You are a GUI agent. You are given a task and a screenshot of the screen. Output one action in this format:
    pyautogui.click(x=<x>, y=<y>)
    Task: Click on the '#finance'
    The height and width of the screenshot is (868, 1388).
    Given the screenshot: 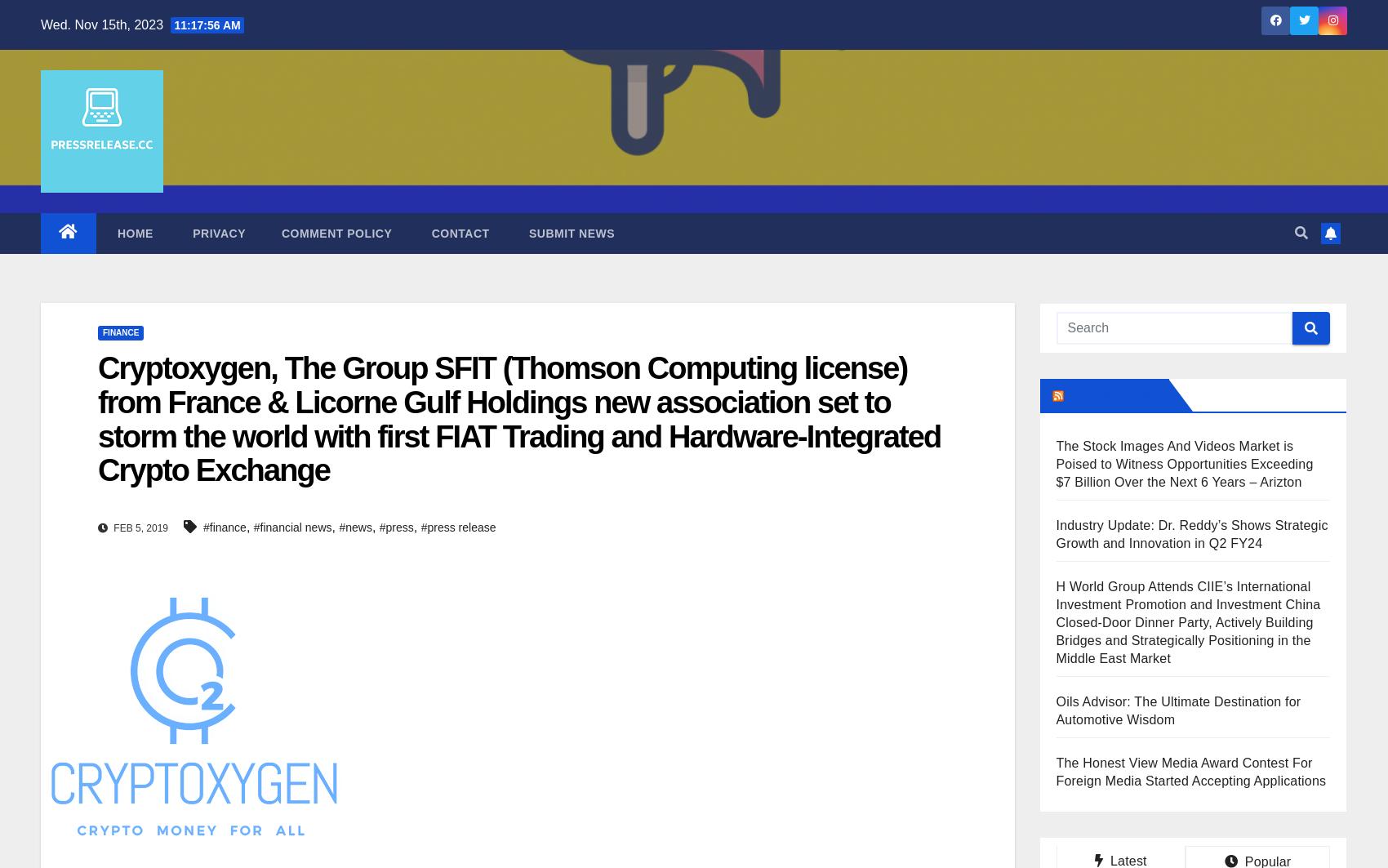 What is the action you would take?
    pyautogui.click(x=224, y=526)
    